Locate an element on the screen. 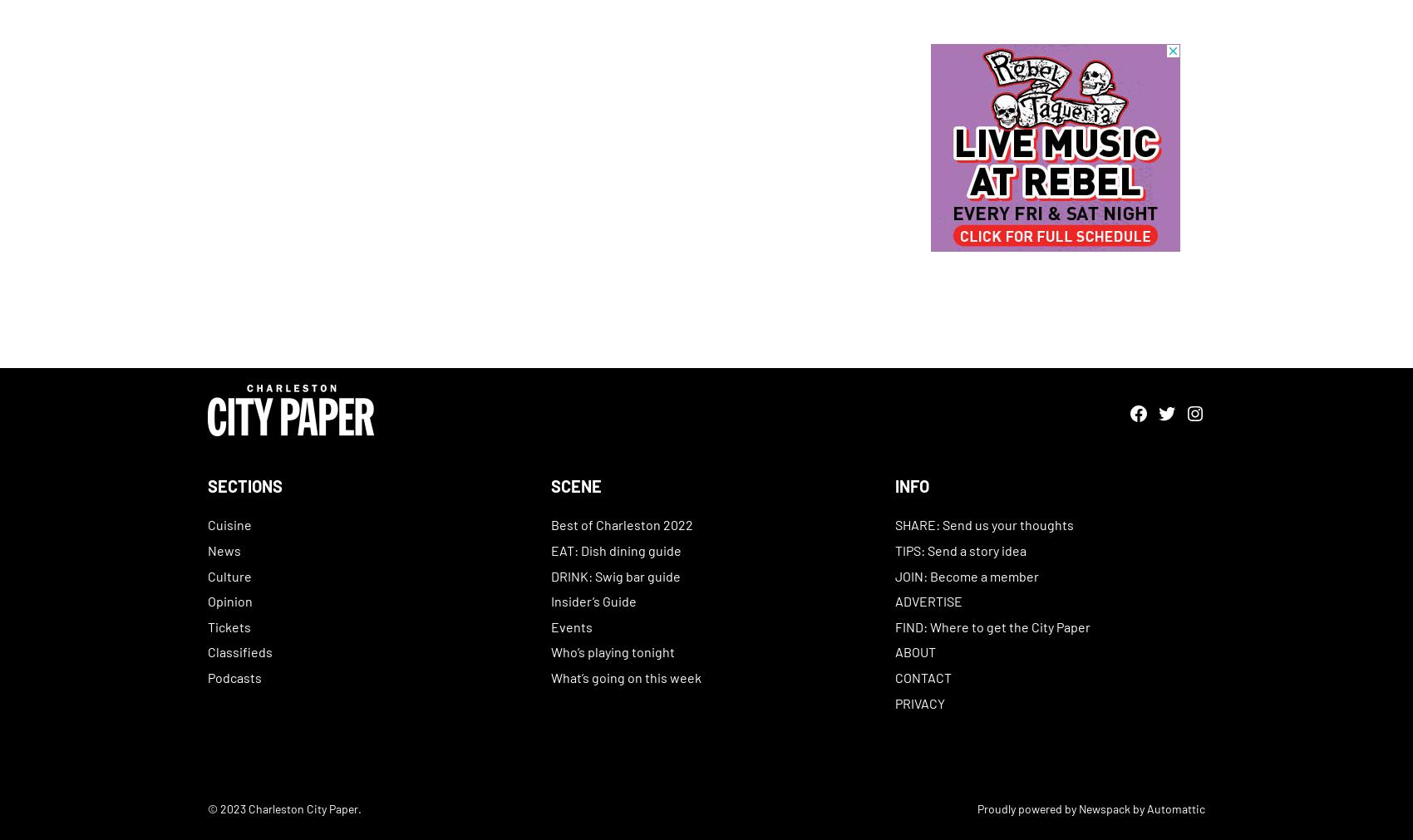 The image size is (1413, 840). 'DRINK: Swig bar guide' is located at coordinates (551, 574).